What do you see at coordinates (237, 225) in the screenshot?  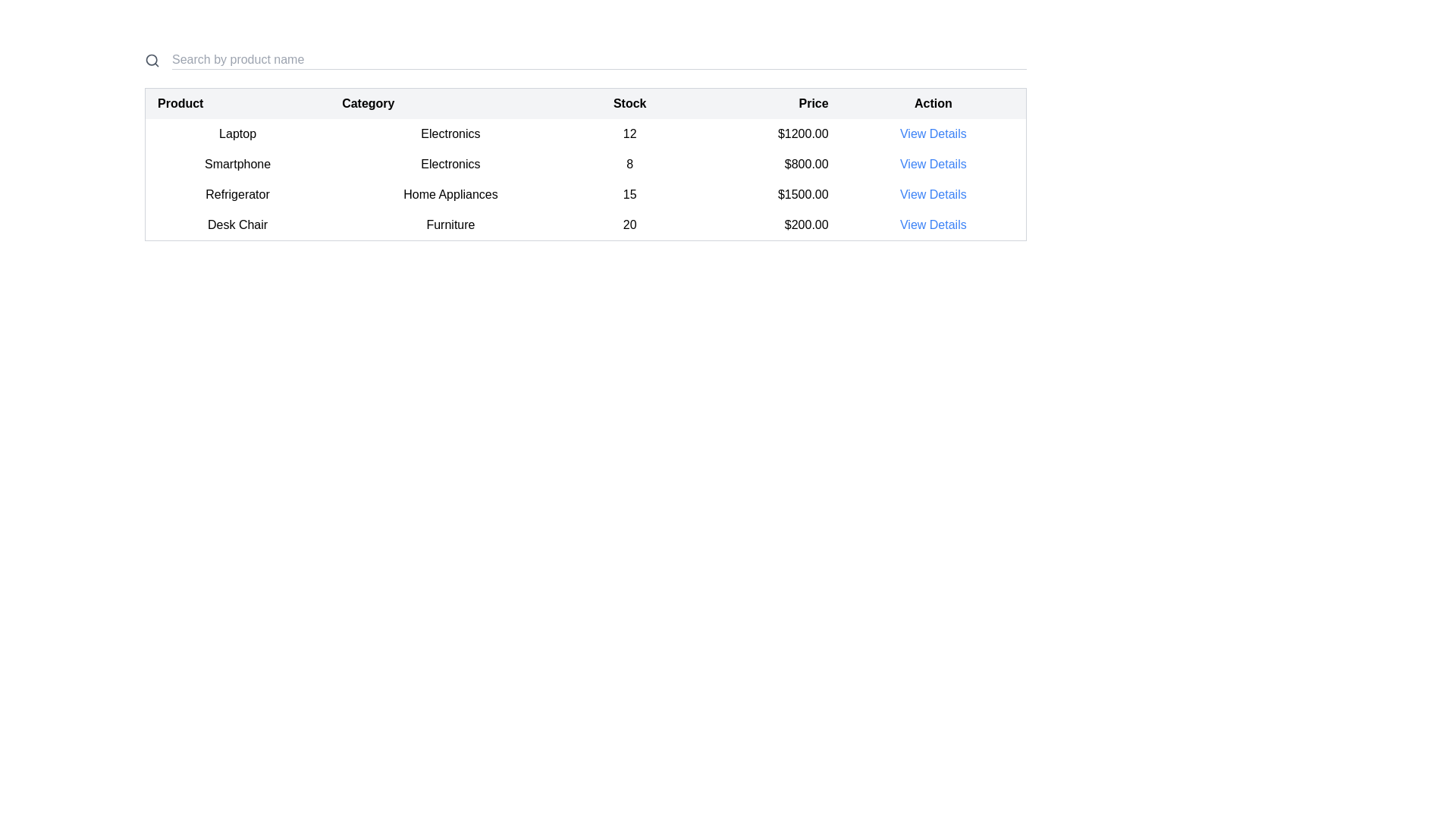 I see `the 'Desk Chair' text label in the fourth row of the product table` at bounding box center [237, 225].